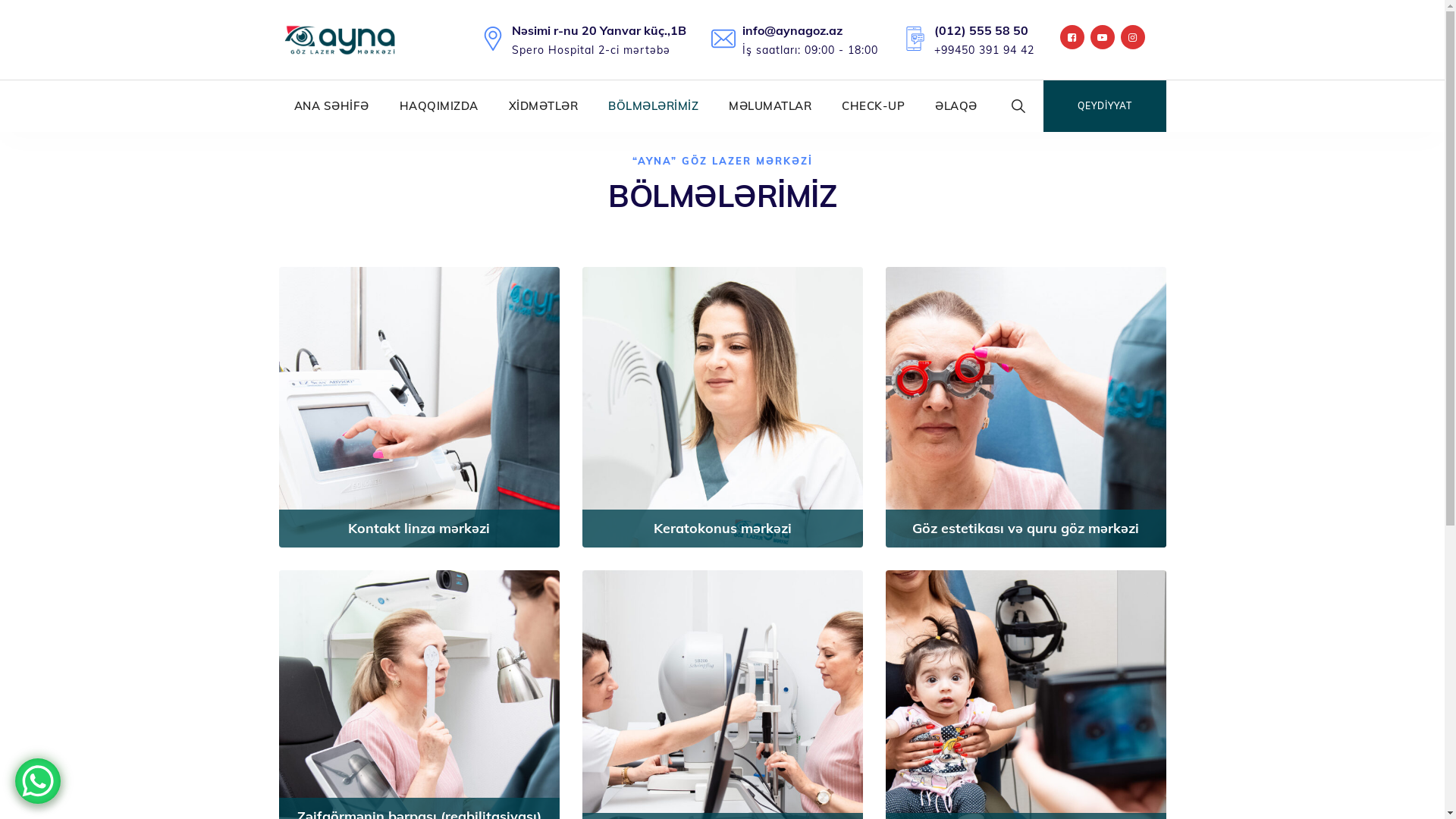 The image size is (1456, 819). What do you see at coordinates (419, 406) in the screenshot?
I see `'2E7A9443'` at bounding box center [419, 406].